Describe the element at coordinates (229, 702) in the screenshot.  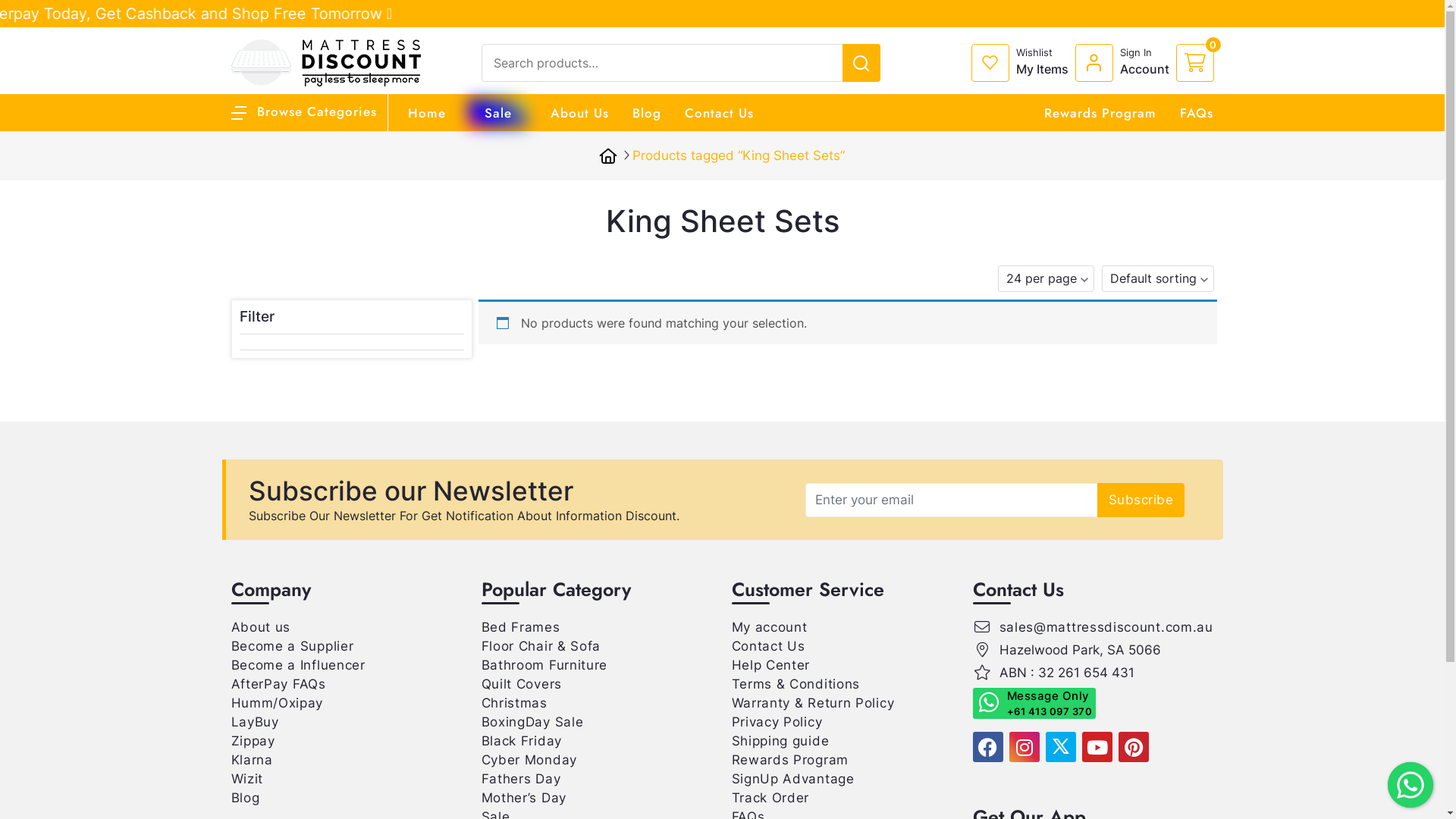
I see `'Humm/Oxipay'` at that location.